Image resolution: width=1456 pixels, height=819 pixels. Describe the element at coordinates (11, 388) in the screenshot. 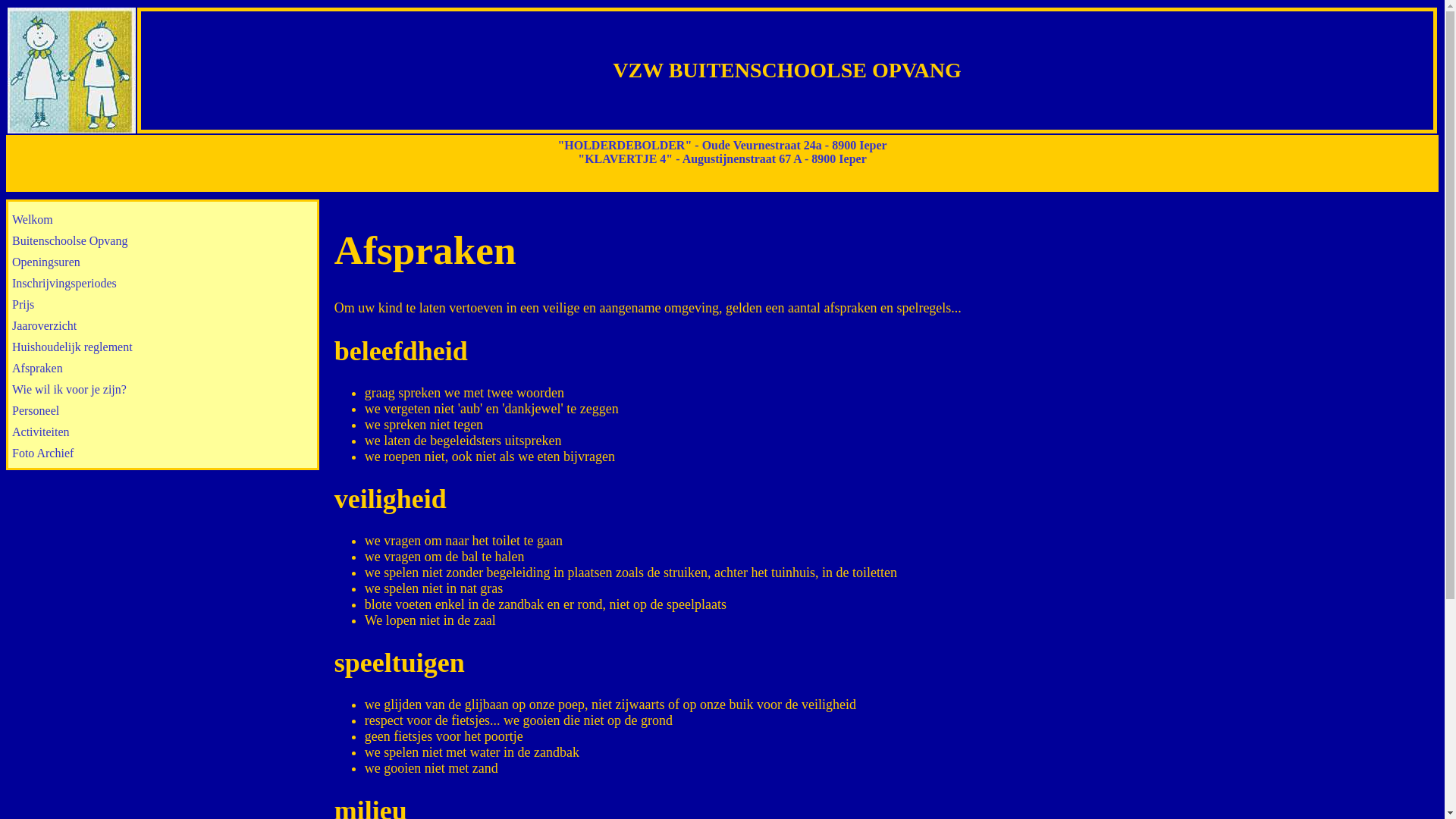

I see `'Wie wil ik voor je zijn?'` at that location.